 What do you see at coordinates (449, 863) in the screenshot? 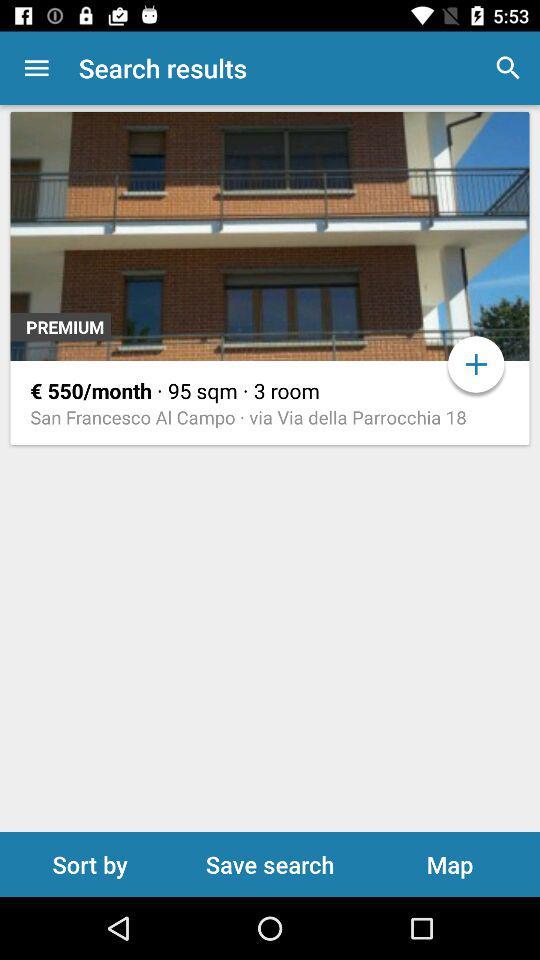
I see `the map` at bounding box center [449, 863].